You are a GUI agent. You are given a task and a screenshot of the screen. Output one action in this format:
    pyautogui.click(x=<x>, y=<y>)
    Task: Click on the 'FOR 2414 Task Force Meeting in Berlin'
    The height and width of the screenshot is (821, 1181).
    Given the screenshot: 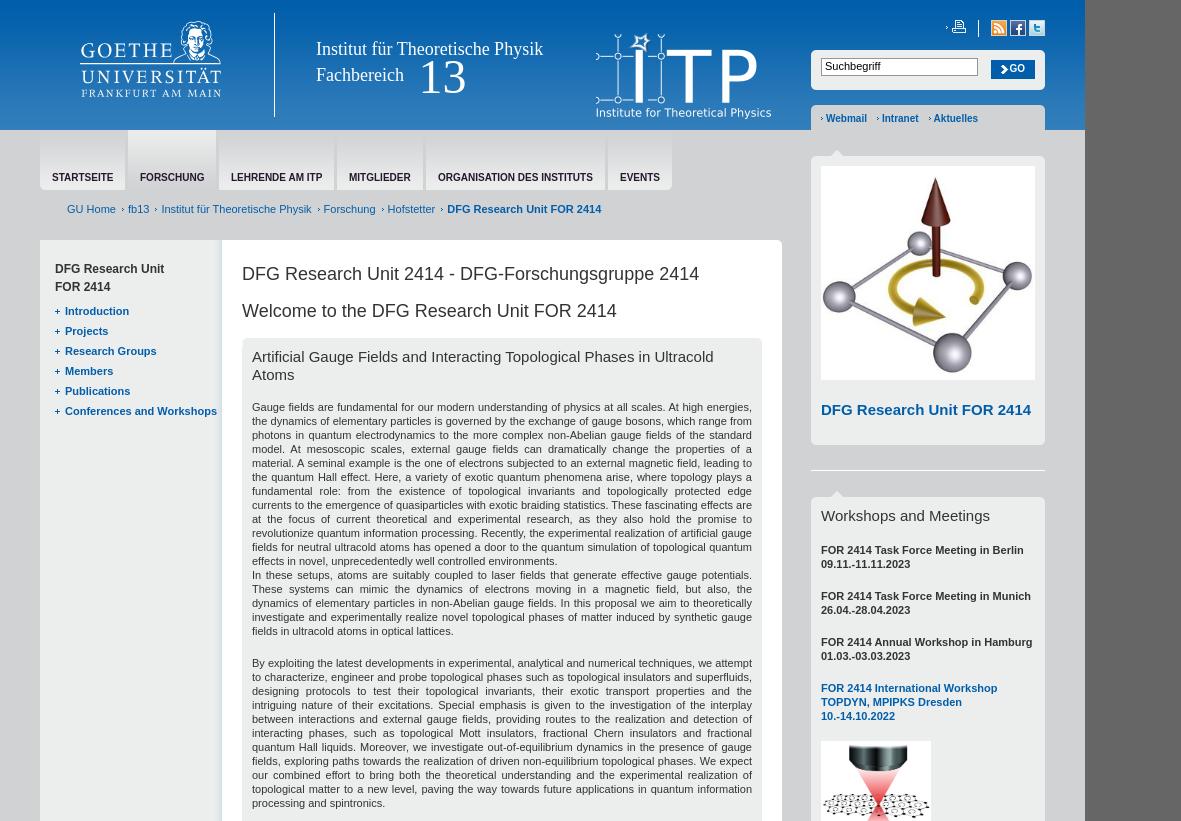 What is the action you would take?
    pyautogui.click(x=922, y=548)
    